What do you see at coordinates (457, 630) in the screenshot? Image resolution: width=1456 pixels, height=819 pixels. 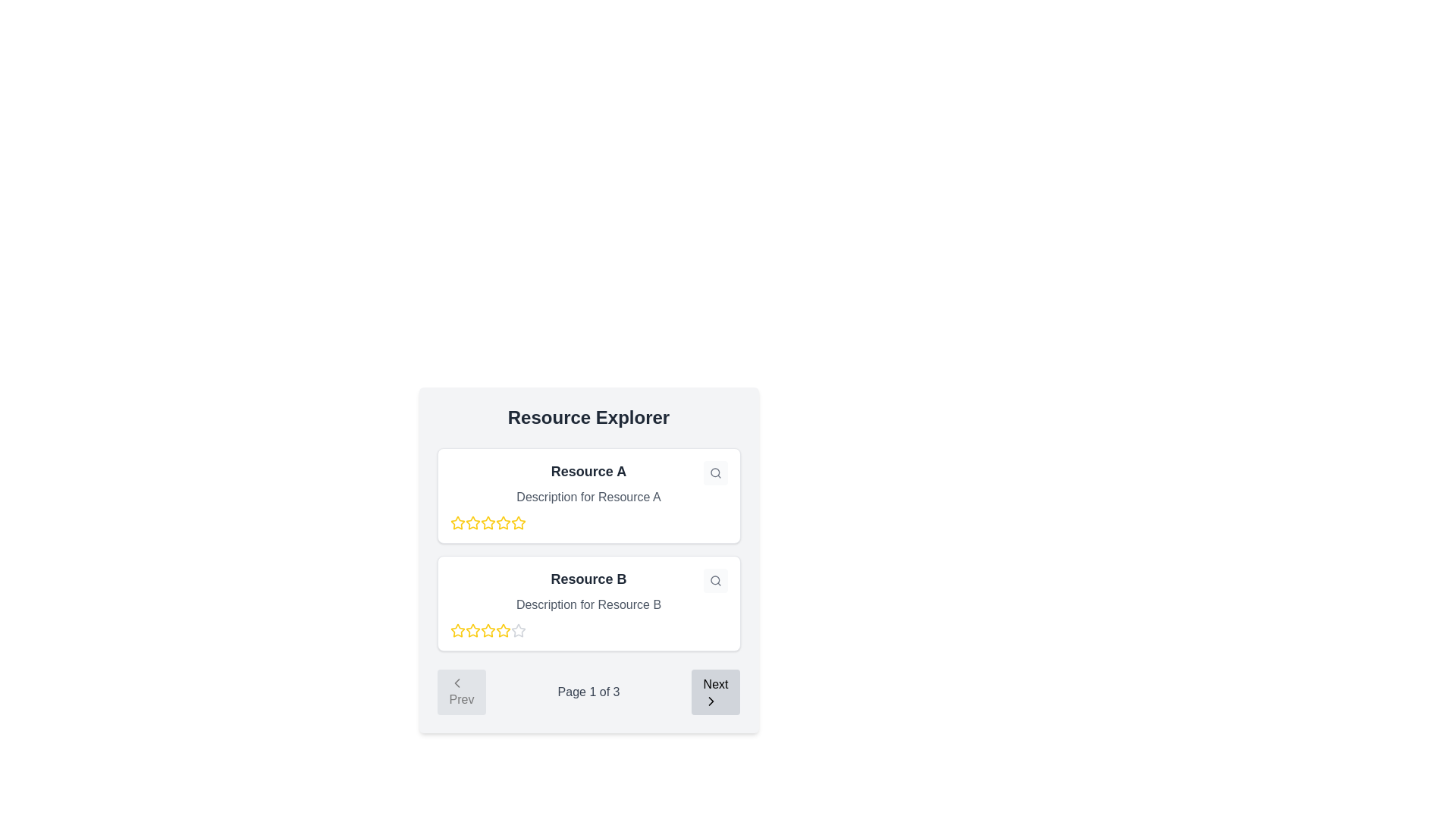 I see `the first star icon in the rating interface of the 'Resource B' card` at bounding box center [457, 630].